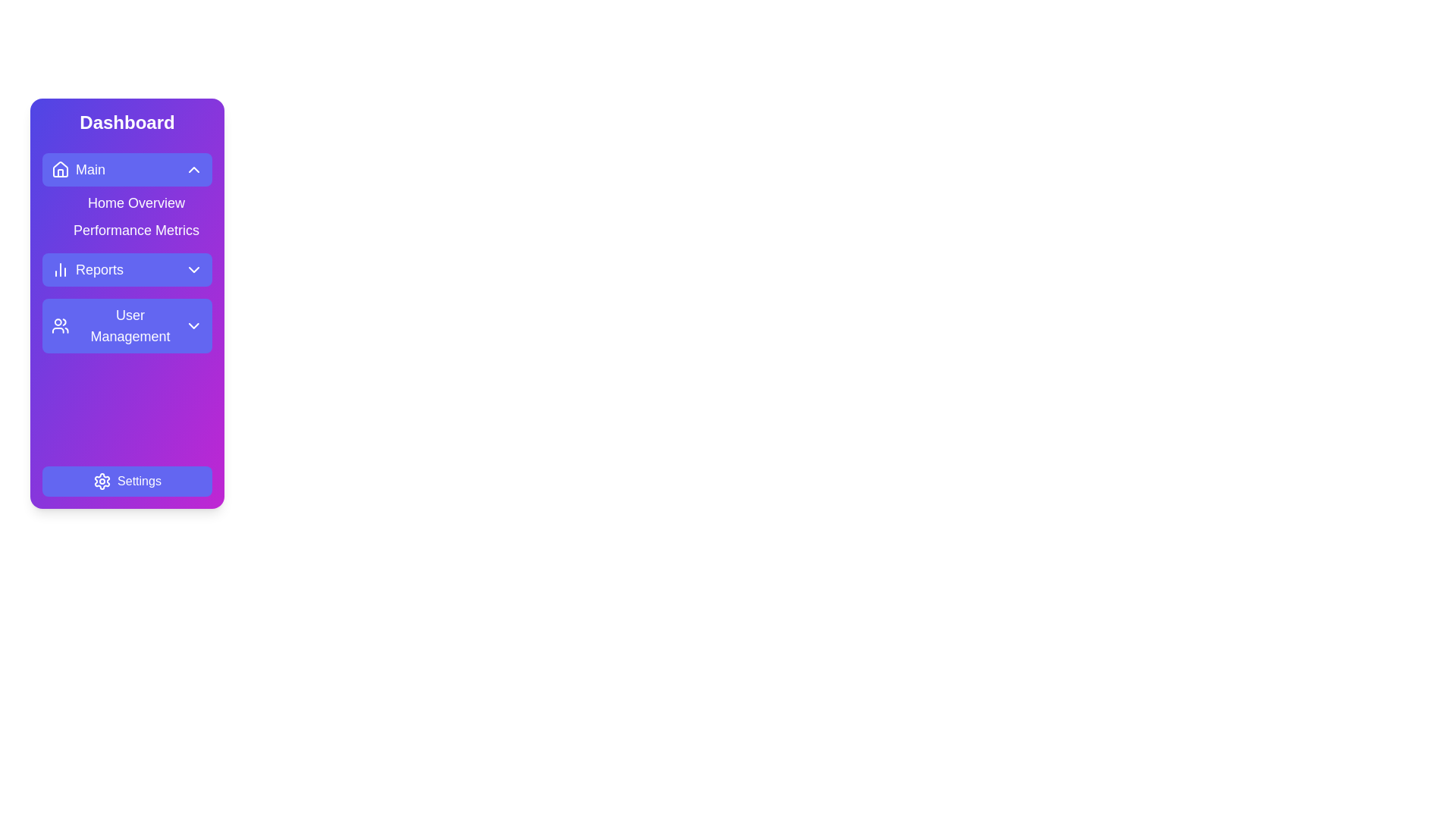  I want to click on the 'User Management' navigation menu item located in the sidebar, which is the fourth option in the list, so click(118, 325).